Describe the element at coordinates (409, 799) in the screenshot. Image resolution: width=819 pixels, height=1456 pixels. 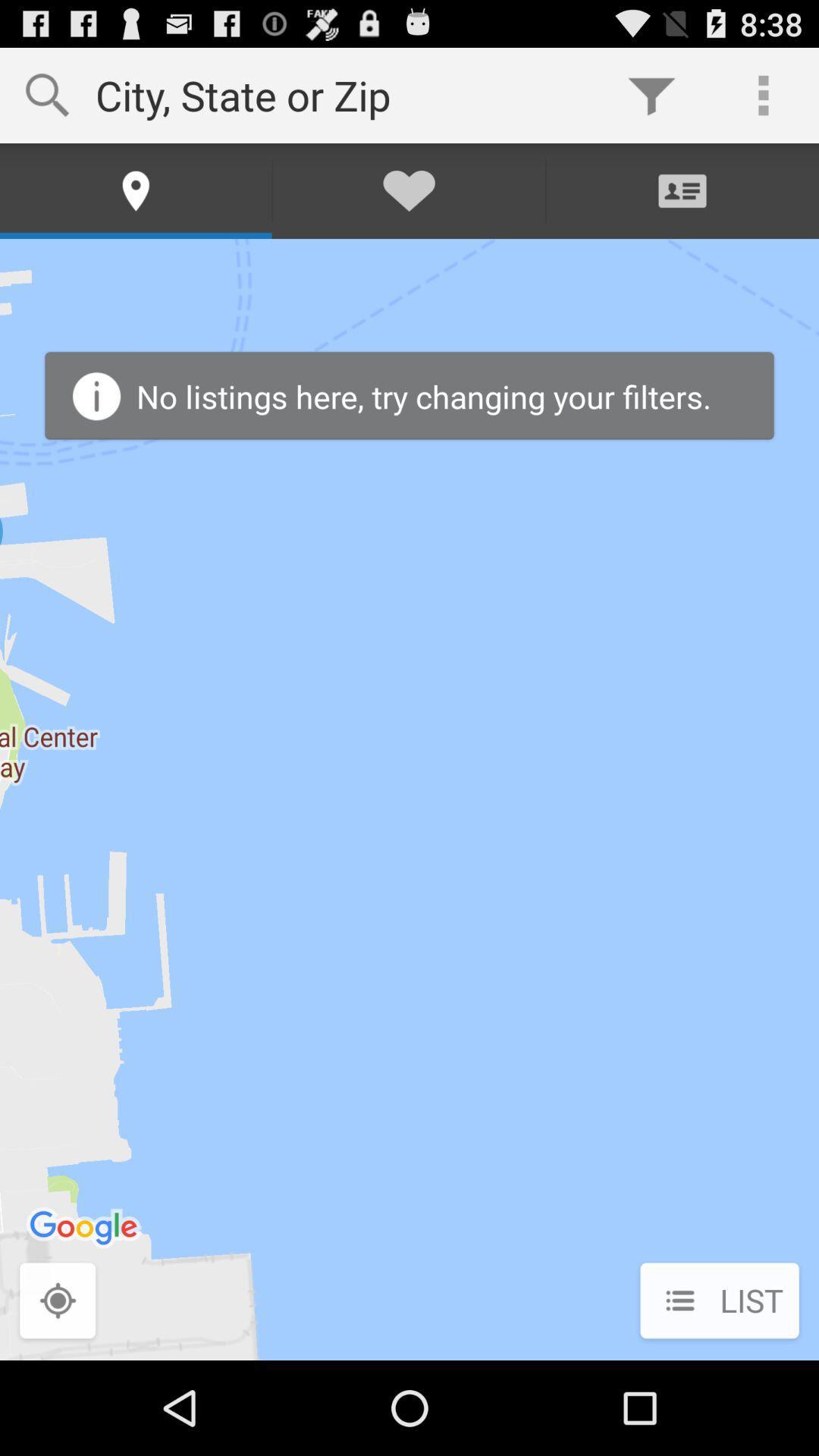
I see `item at the center` at that location.